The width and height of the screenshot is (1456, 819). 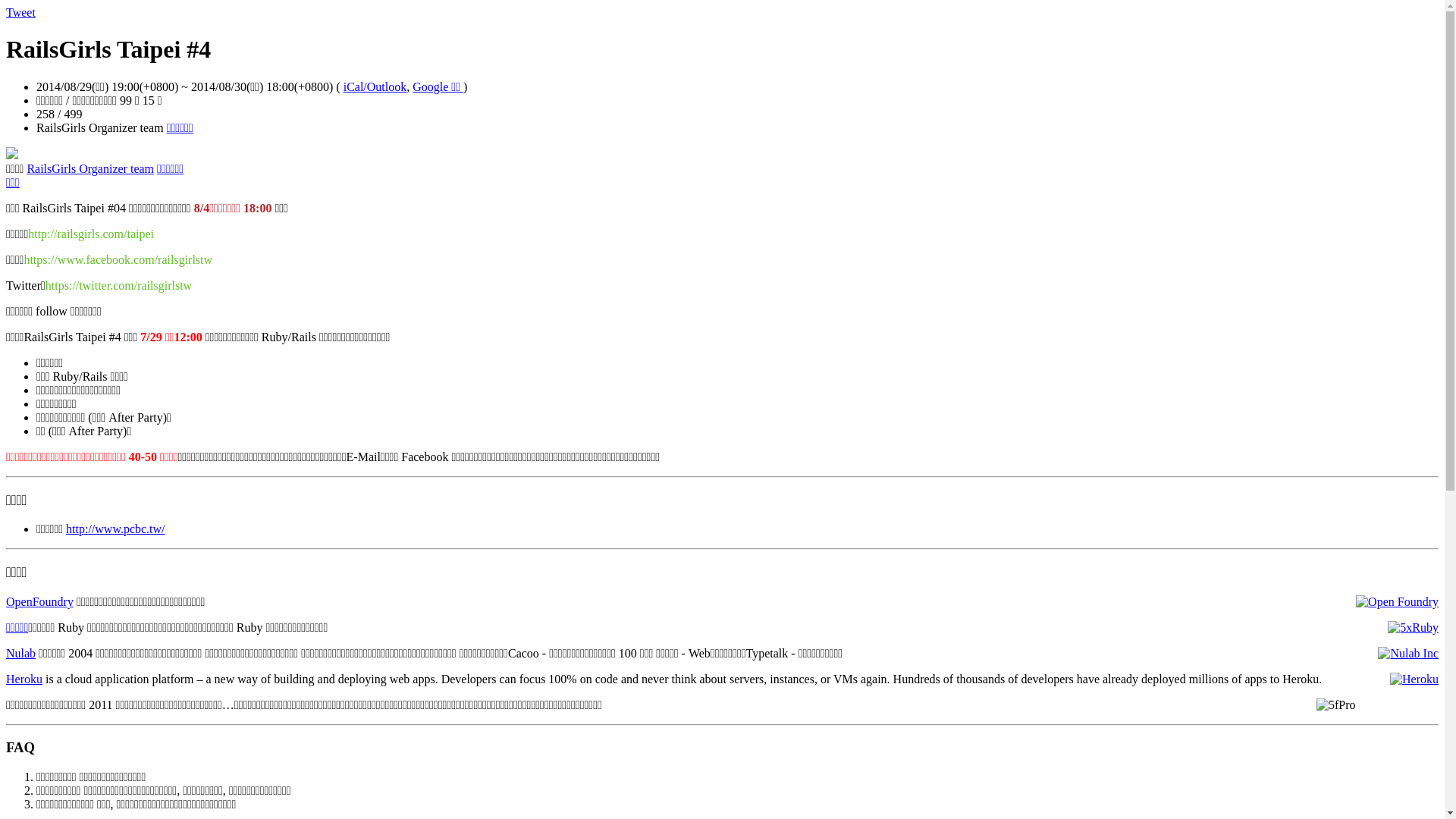 I want to click on 'iCal/Outlook', so click(x=375, y=86).